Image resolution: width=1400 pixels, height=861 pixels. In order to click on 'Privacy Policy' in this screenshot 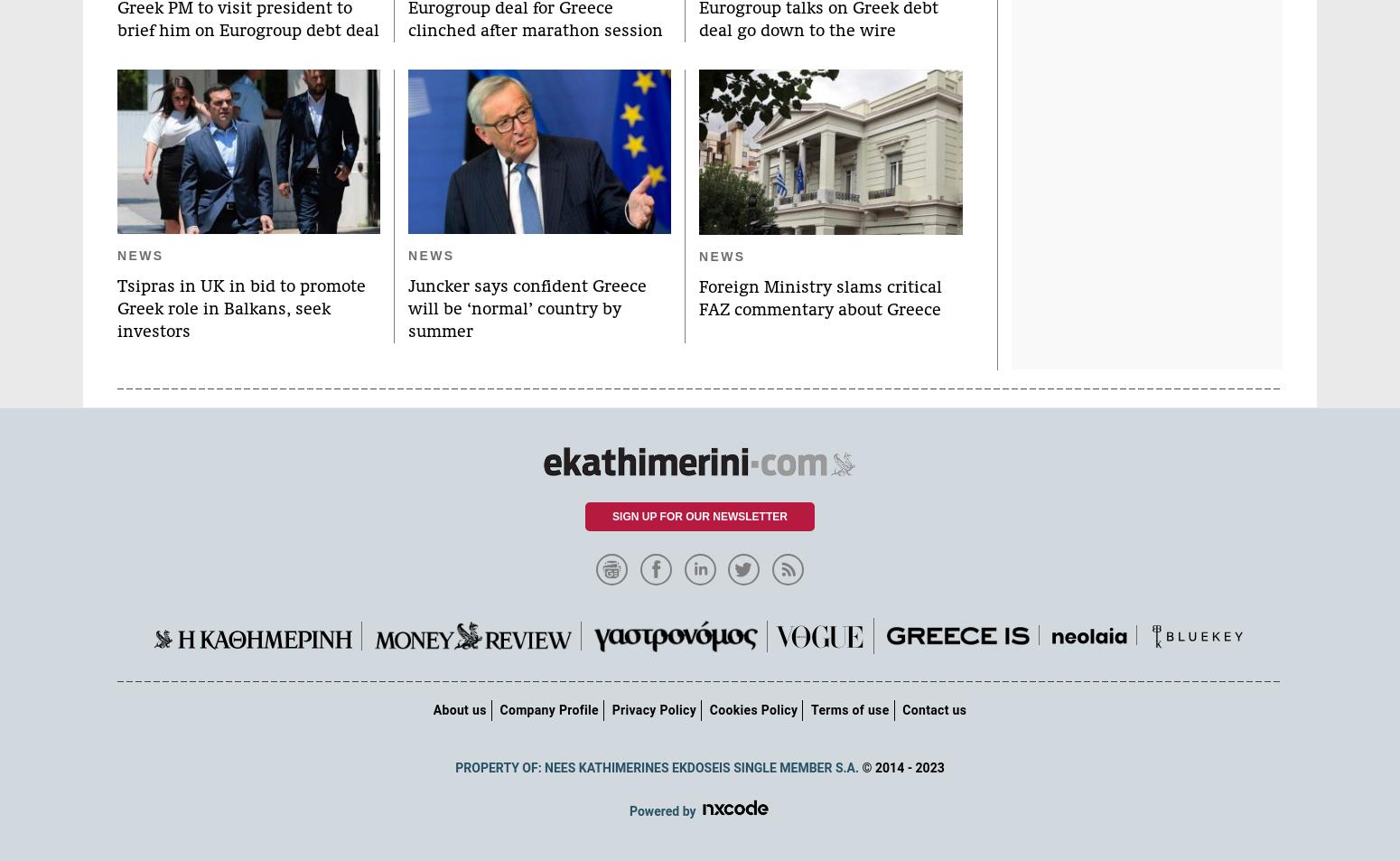, I will do `click(611, 710)`.